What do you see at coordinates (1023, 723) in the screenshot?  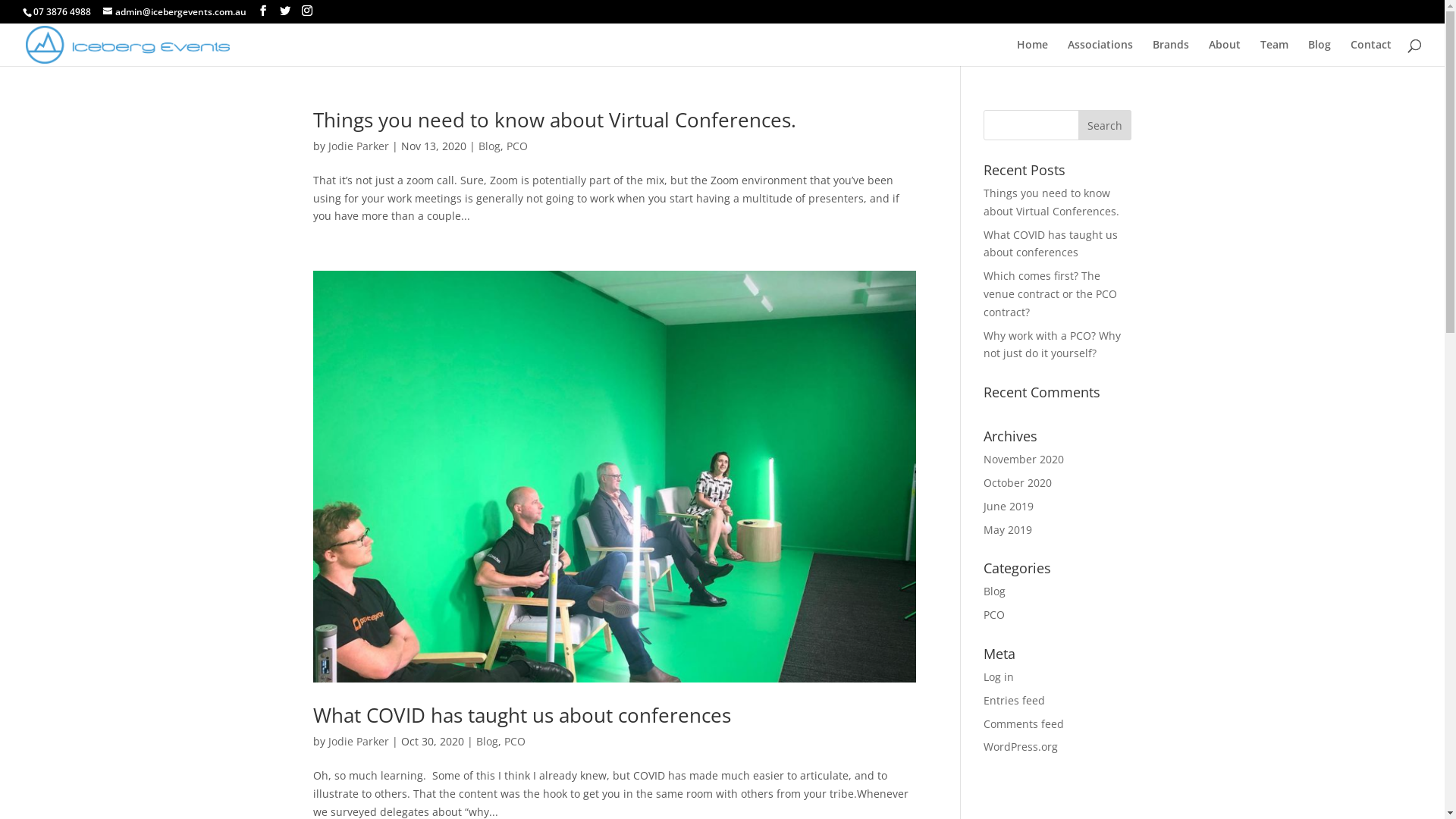 I see `'Comments feed'` at bounding box center [1023, 723].